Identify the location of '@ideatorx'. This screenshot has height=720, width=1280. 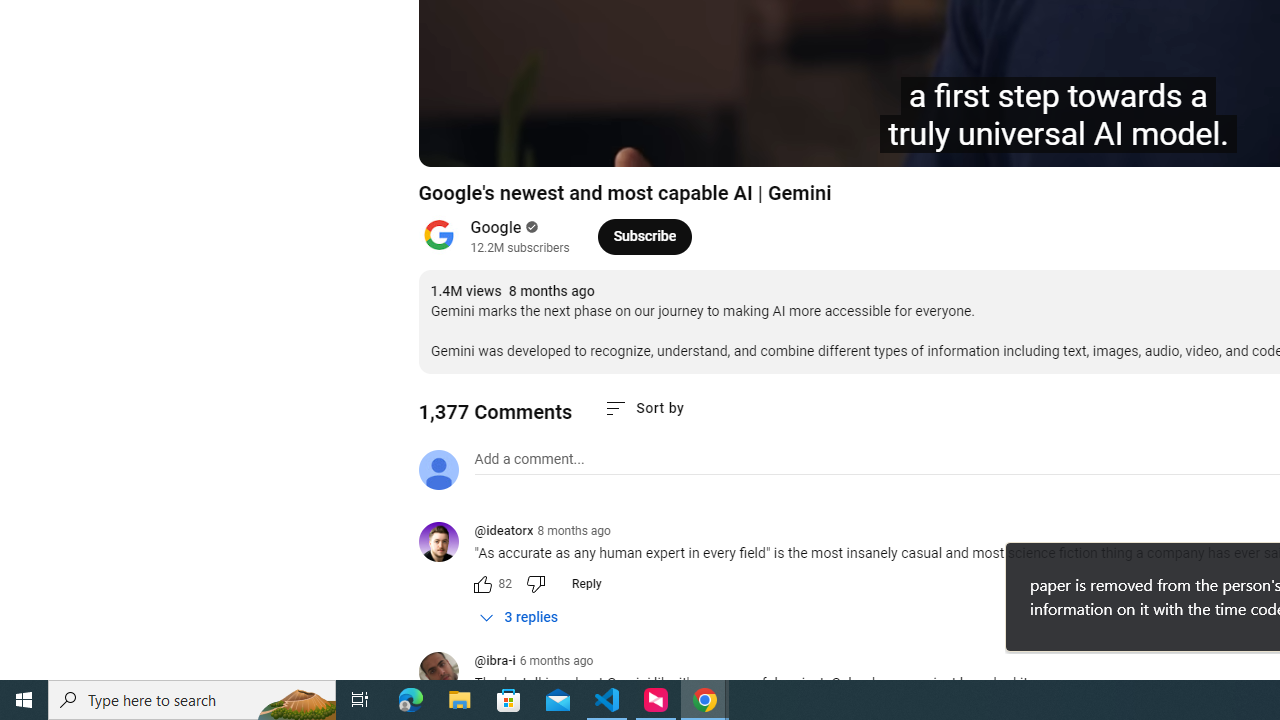
(445, 543).